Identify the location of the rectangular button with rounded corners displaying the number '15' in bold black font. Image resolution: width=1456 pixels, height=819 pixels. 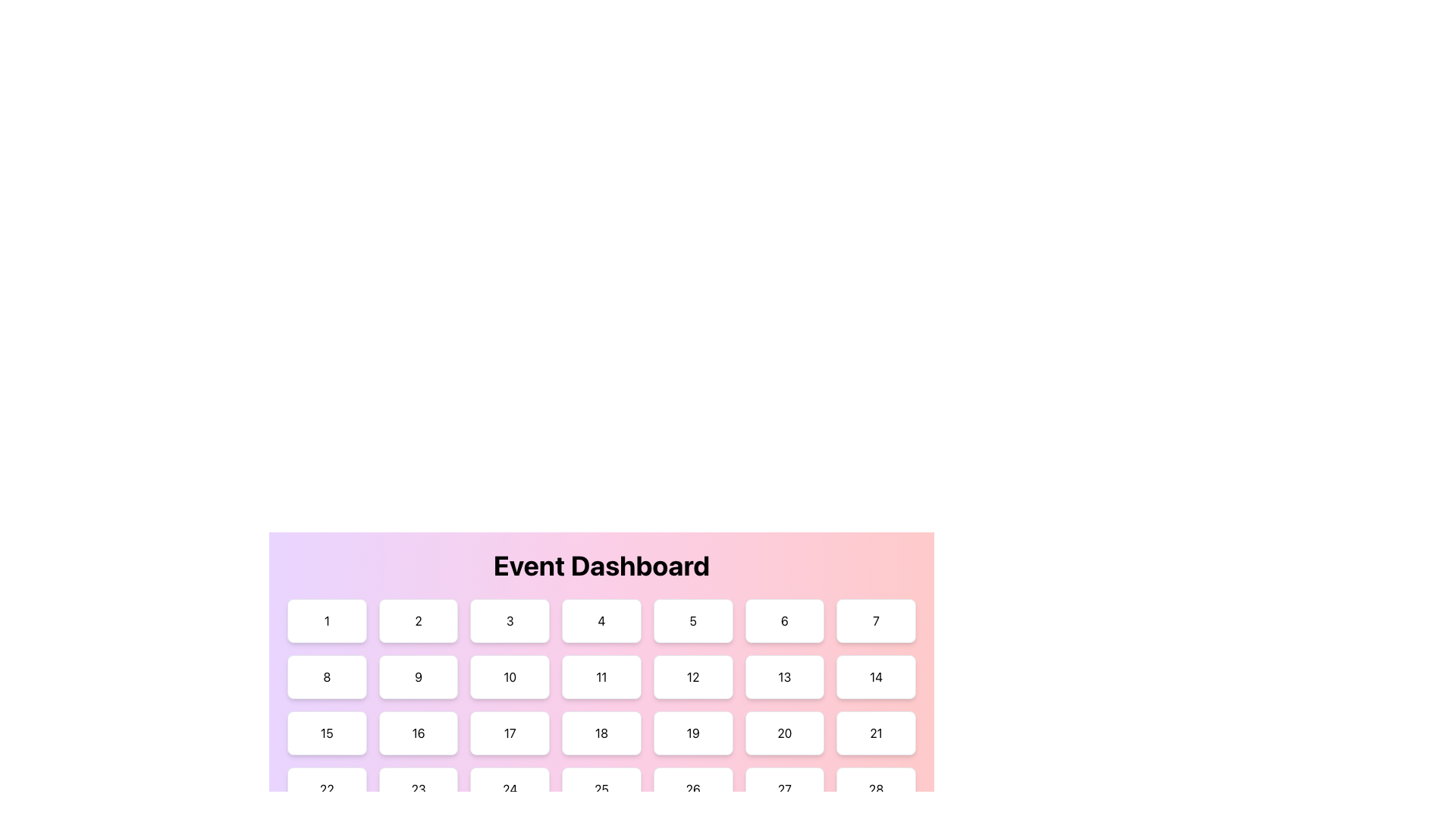
(326, 733).